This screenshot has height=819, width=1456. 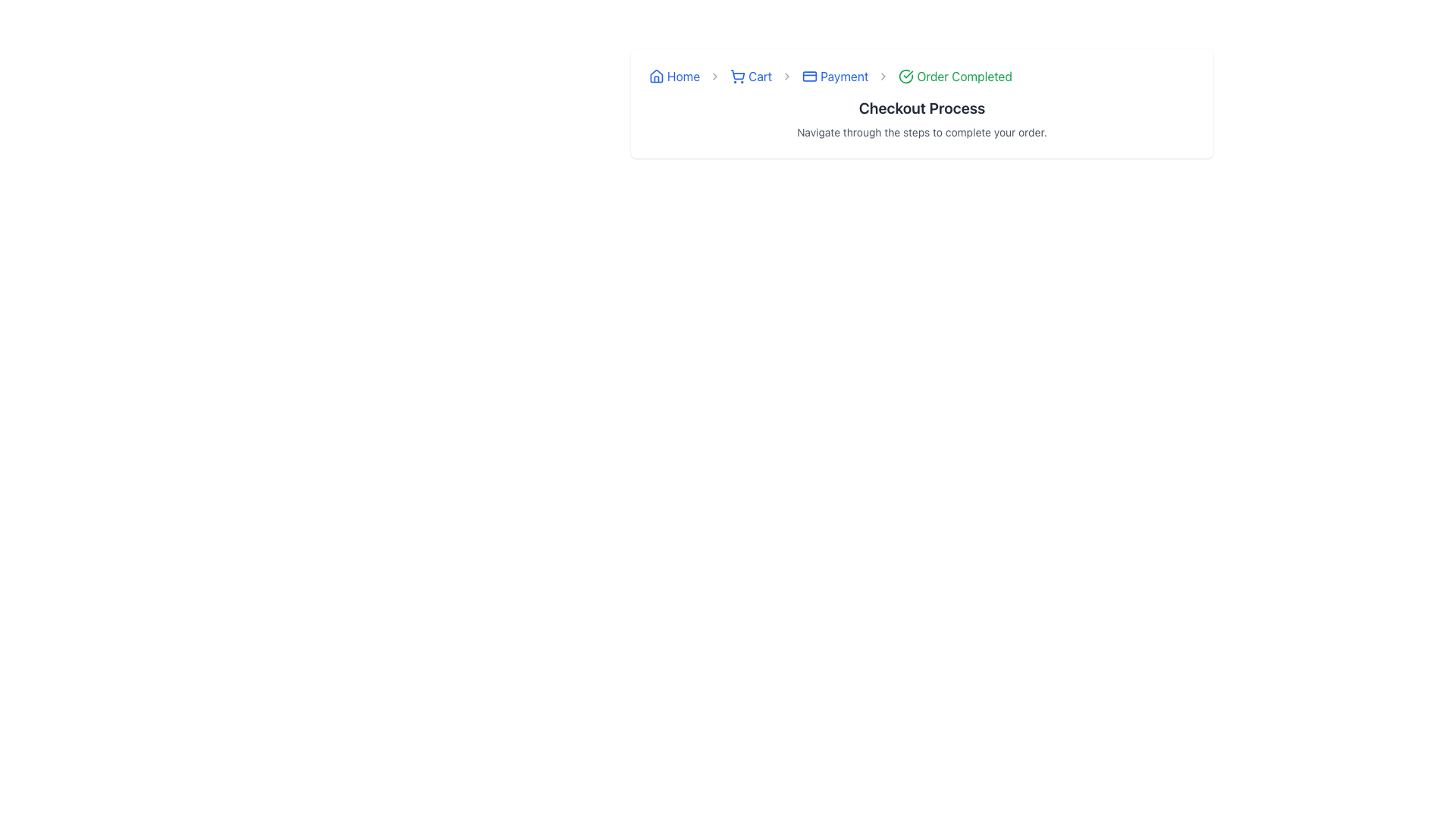 I want to click on the 'Order Completed' icon, so click(x=906, y=76).